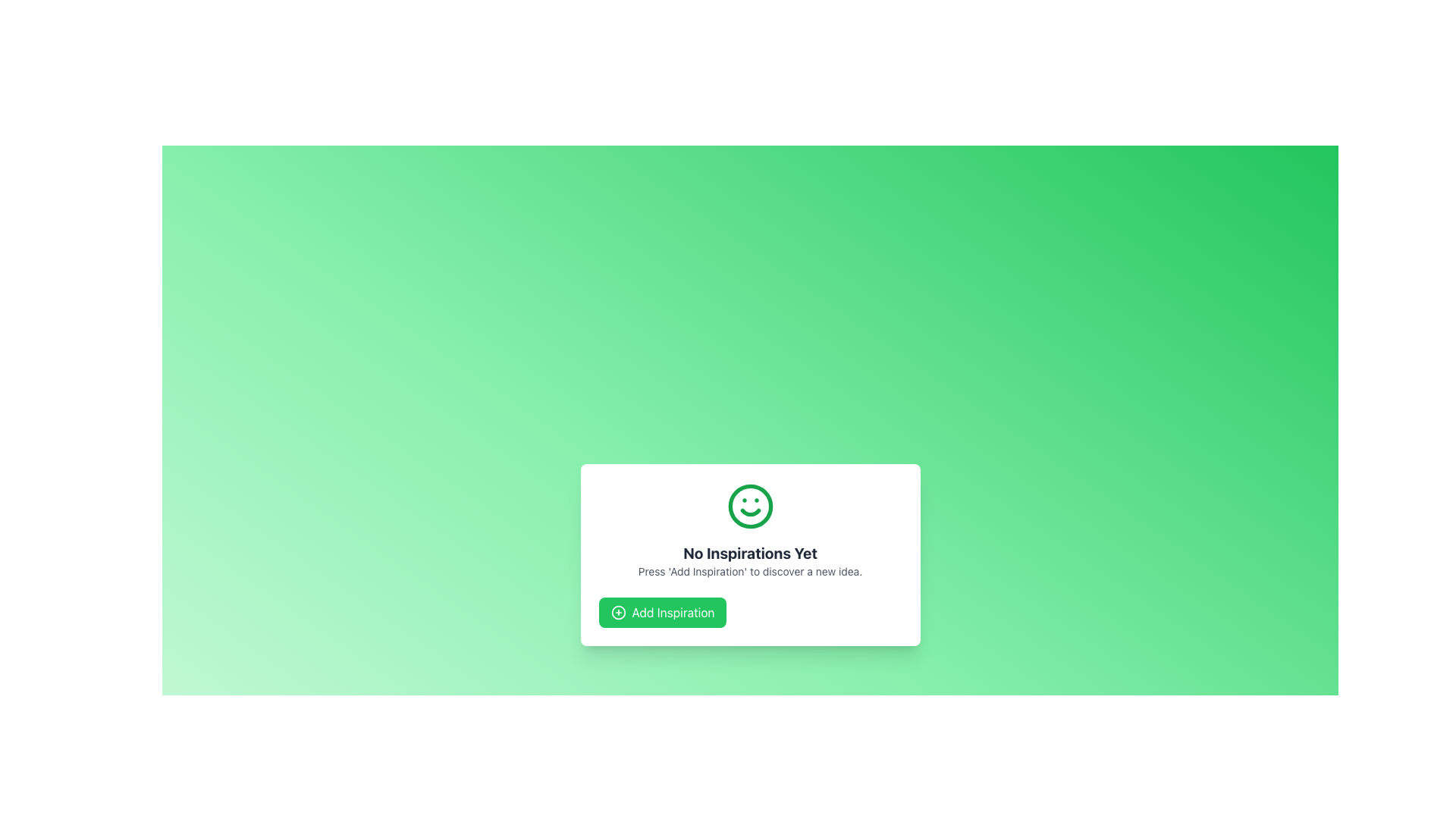 The height and width of the screenshot is (819, 1456). What do you see at coordinates (673, 611) in the screenshot?
I see `the 'Add Inspiration' text label, which is displayed in white font on a green rounded button at the bottom of a white card` at bounding box center [673, 611].